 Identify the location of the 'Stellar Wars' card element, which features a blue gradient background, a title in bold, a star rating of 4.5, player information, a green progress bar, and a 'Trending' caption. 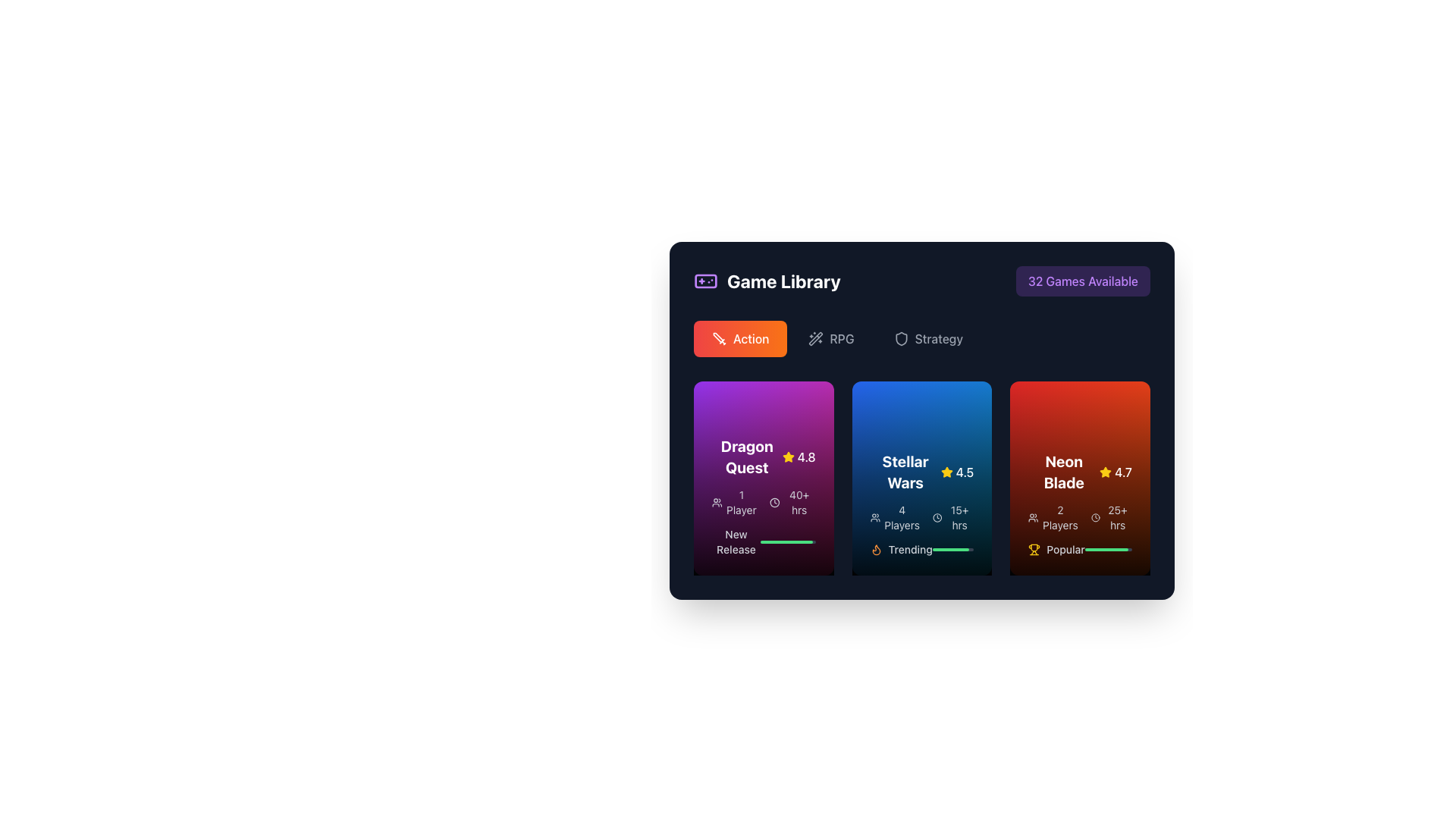
(921, 479).